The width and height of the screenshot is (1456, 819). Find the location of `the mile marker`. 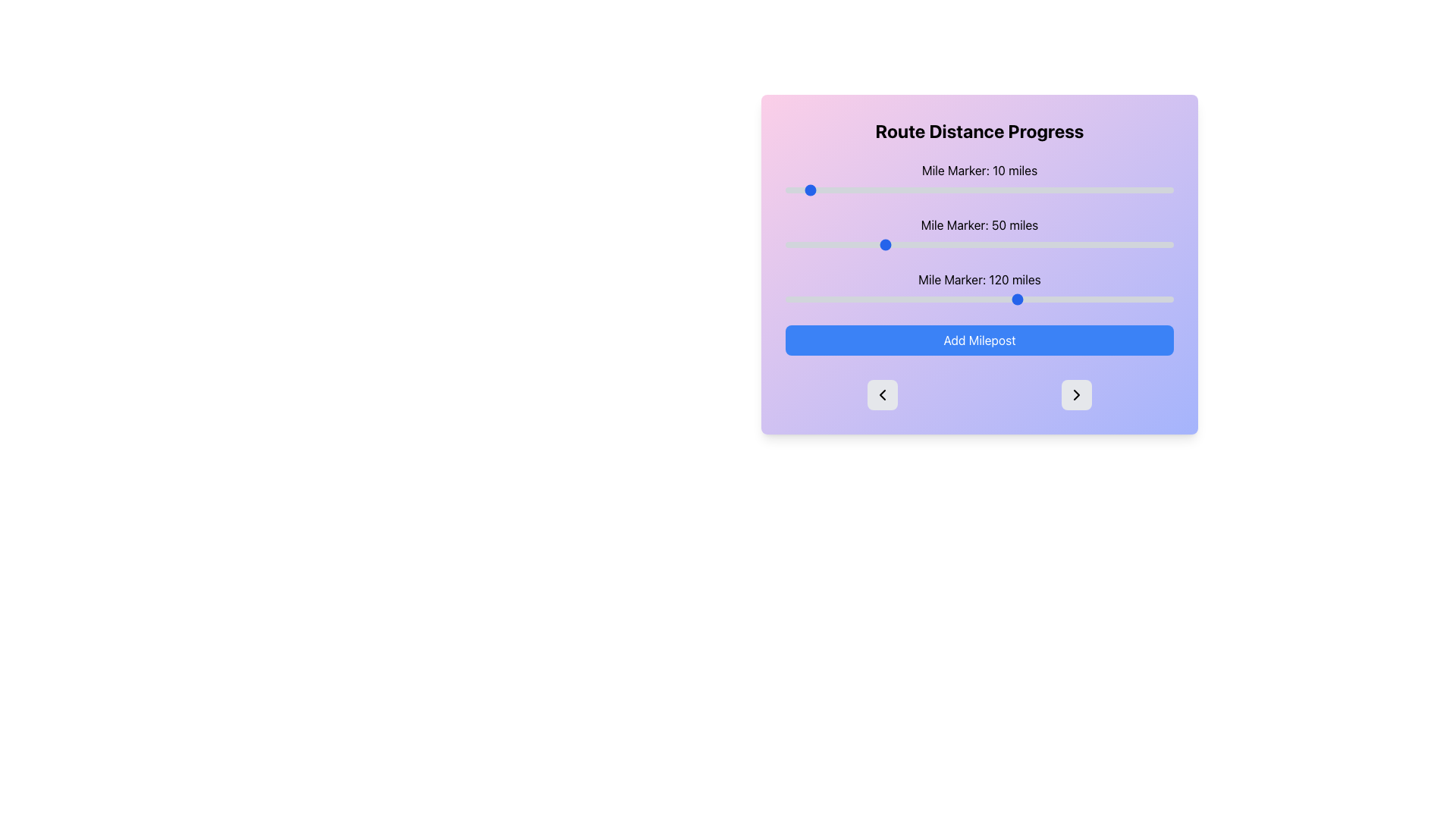

the mile marker is located at coordinates (1171, 299).